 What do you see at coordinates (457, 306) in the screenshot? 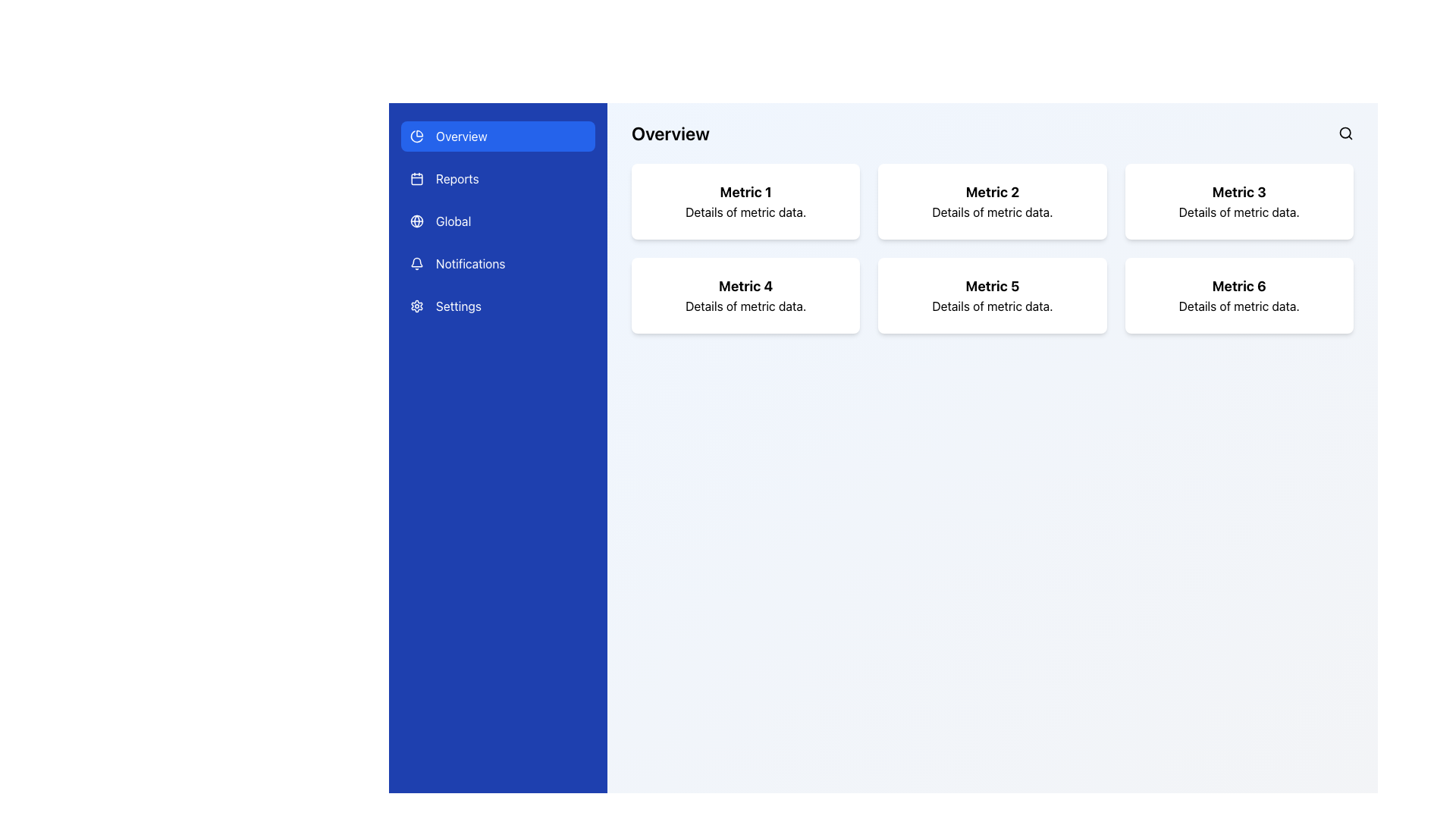
I see `the 'Settings' navigation menu item located below the 'Notifications' menu item` at bounding box center [457, 306].